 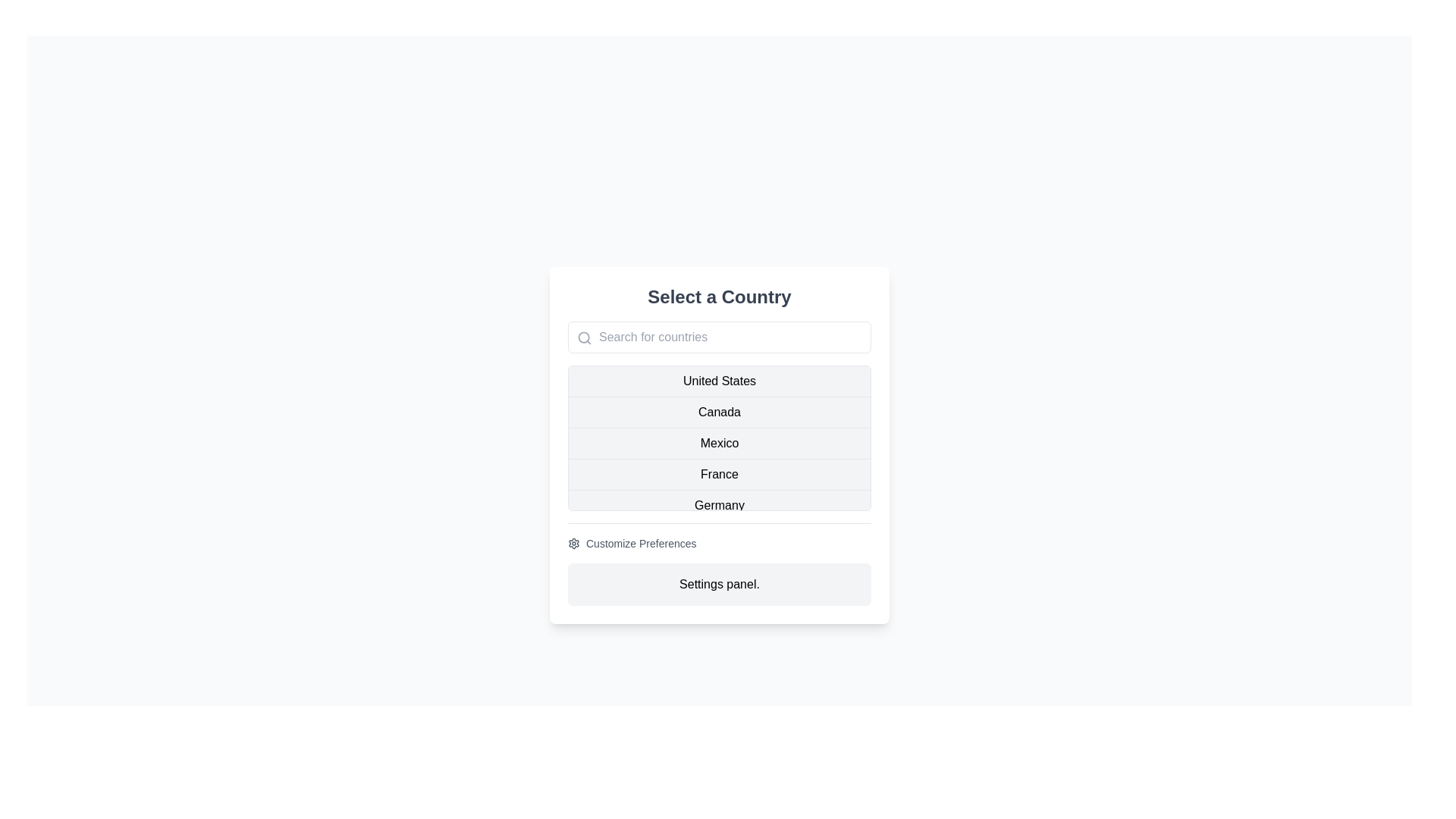 What do you see at coordinates (719, 438) in the screenshot?
I see `the country name from the static list within the 'Select a Country' card` at bounding box center [719, 438].